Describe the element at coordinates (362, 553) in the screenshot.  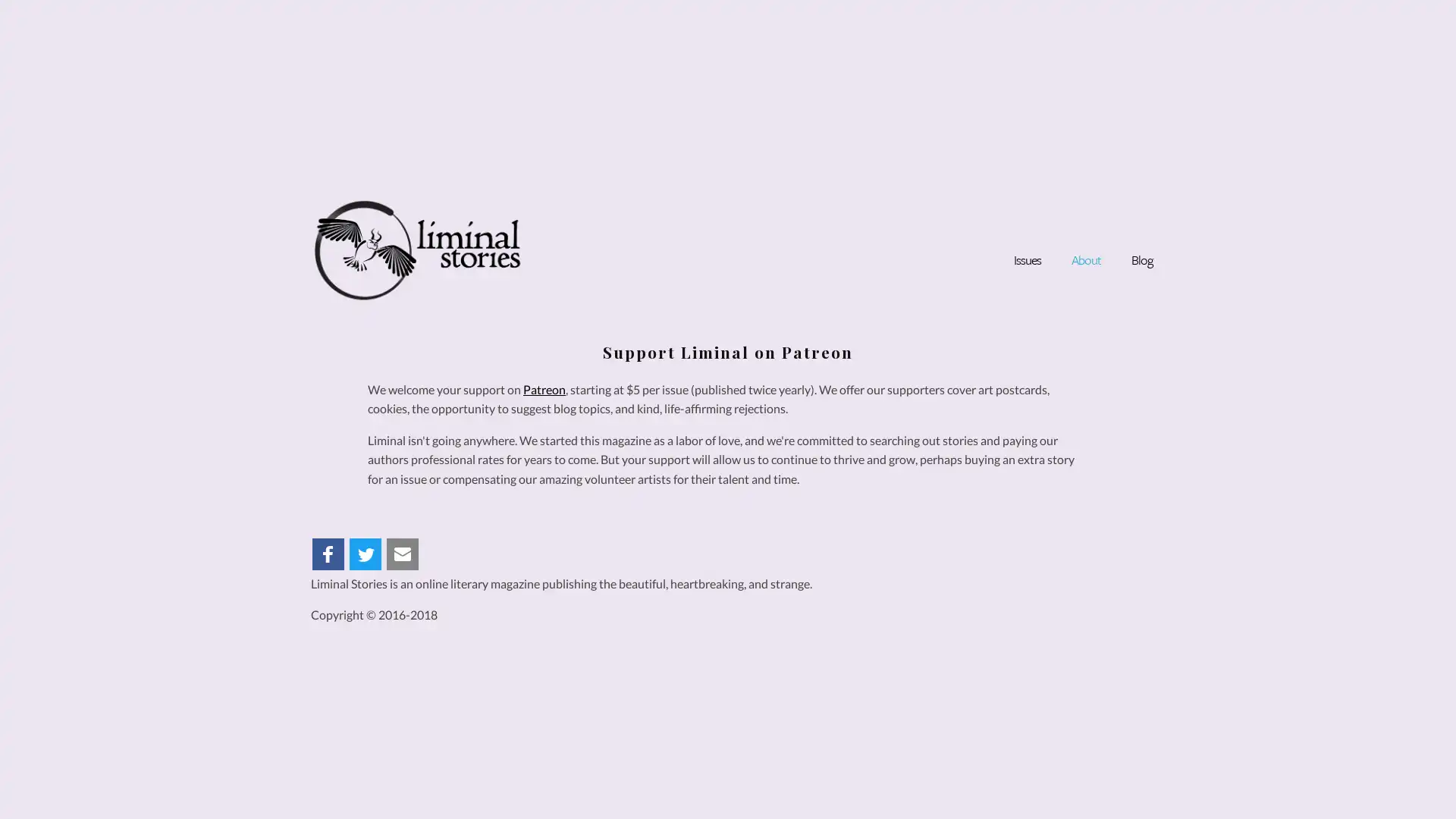
I see `Share to Twitter` at that location.